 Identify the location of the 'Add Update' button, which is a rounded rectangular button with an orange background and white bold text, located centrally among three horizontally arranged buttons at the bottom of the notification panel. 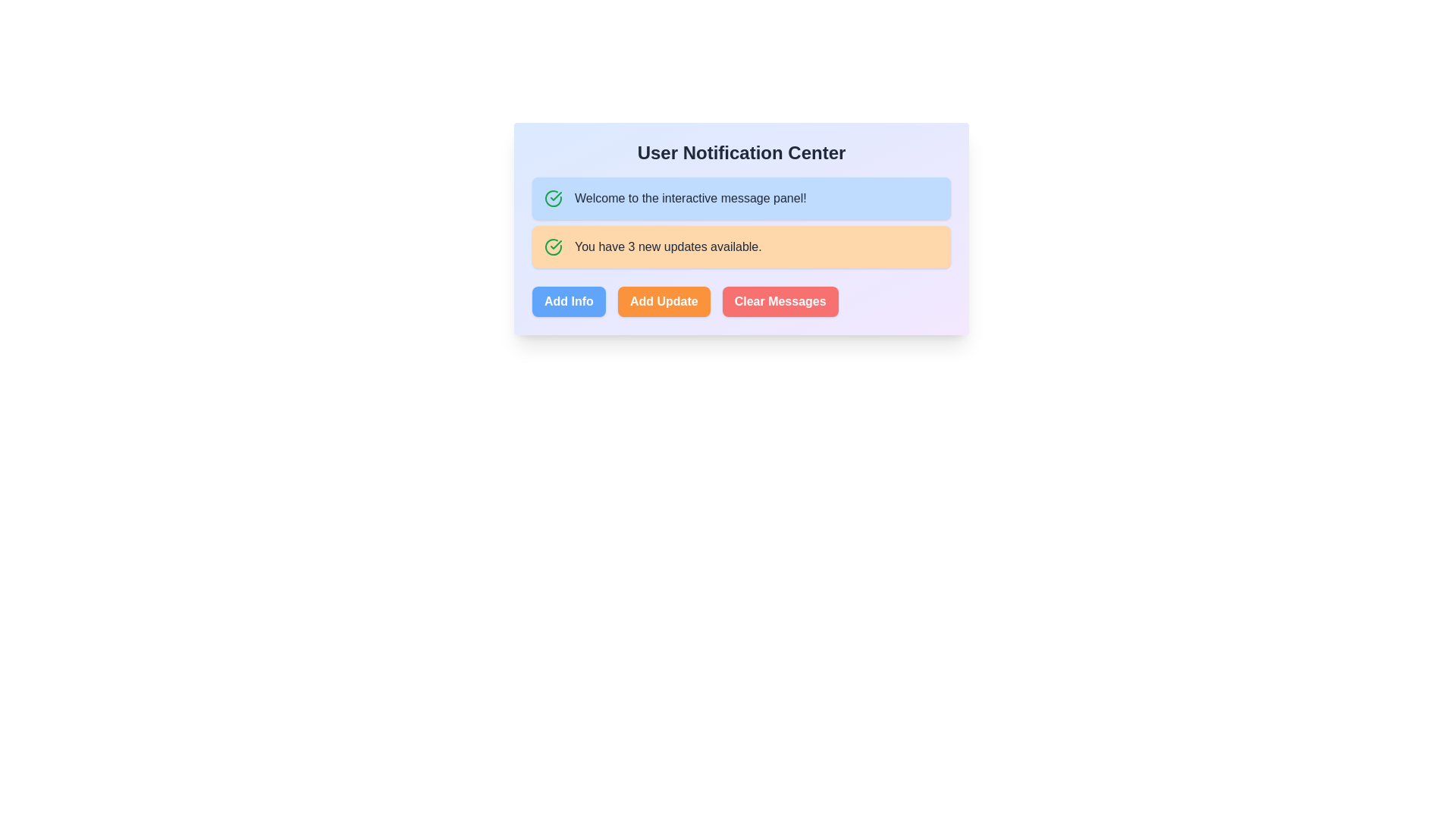
(664, 301).